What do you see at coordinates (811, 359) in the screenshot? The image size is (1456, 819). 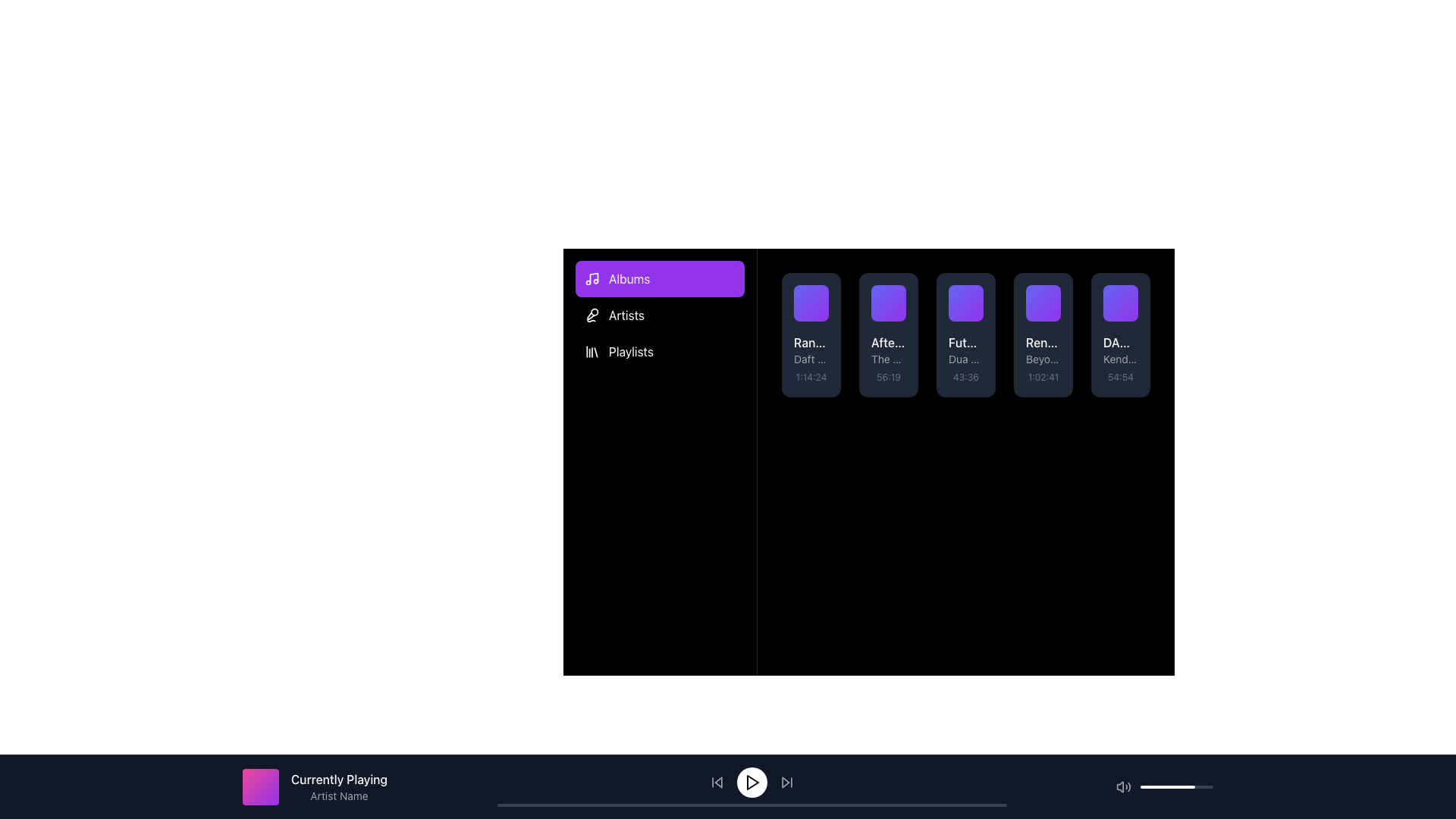 I see `the static text label displaying 'Daft Punk', which is positioned beneath the title 'Random Access Memories' within a dark-themed UI card` at bounding box center [811, 359].